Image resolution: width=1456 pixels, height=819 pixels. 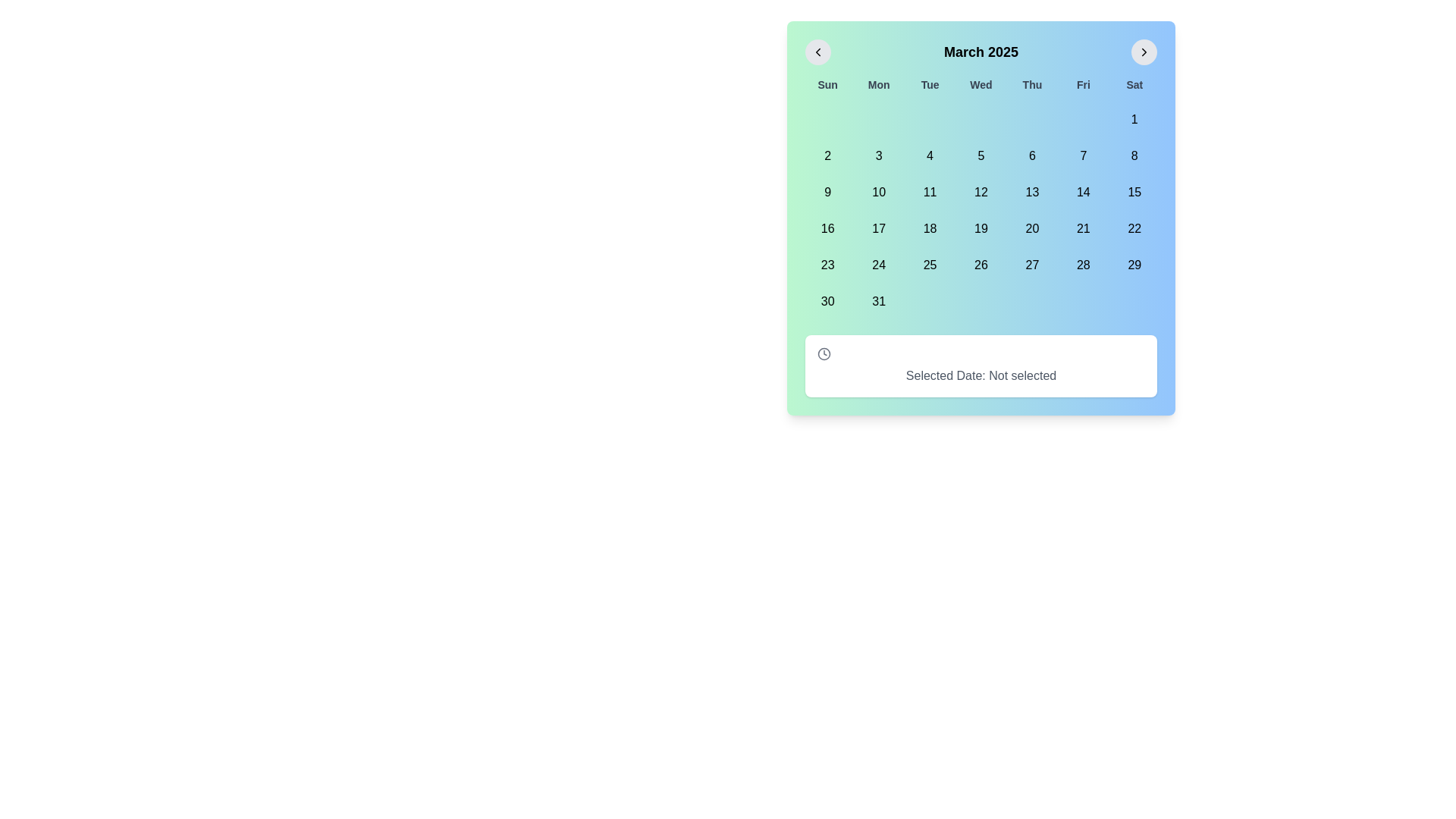 I want to click on the date selector button for the 26th date in the calendar interface, located in the 5th row and 5th column of the grid, so click(x=981, y=265).